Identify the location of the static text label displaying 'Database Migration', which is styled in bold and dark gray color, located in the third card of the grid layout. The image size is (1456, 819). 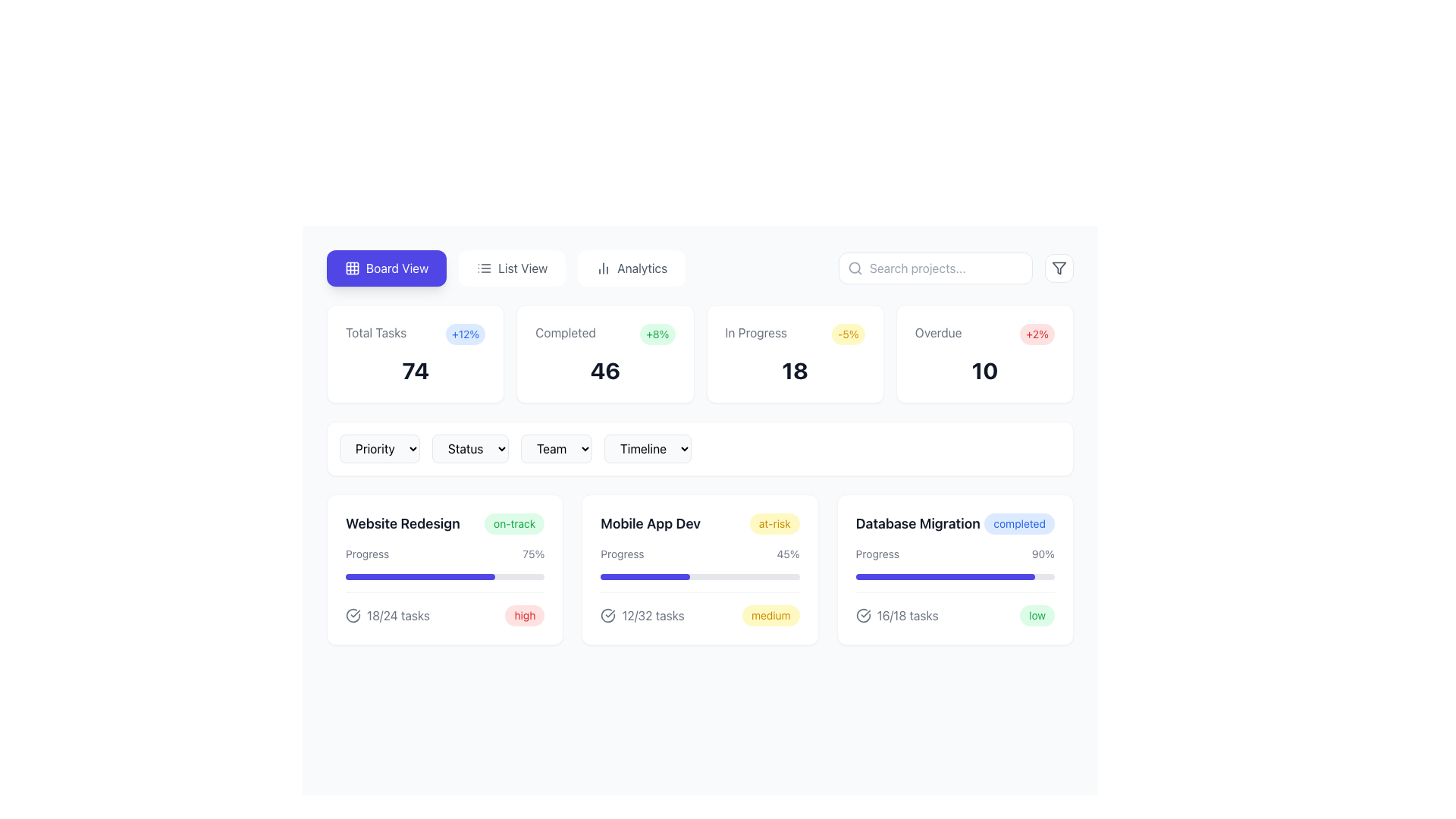
(917, 522).